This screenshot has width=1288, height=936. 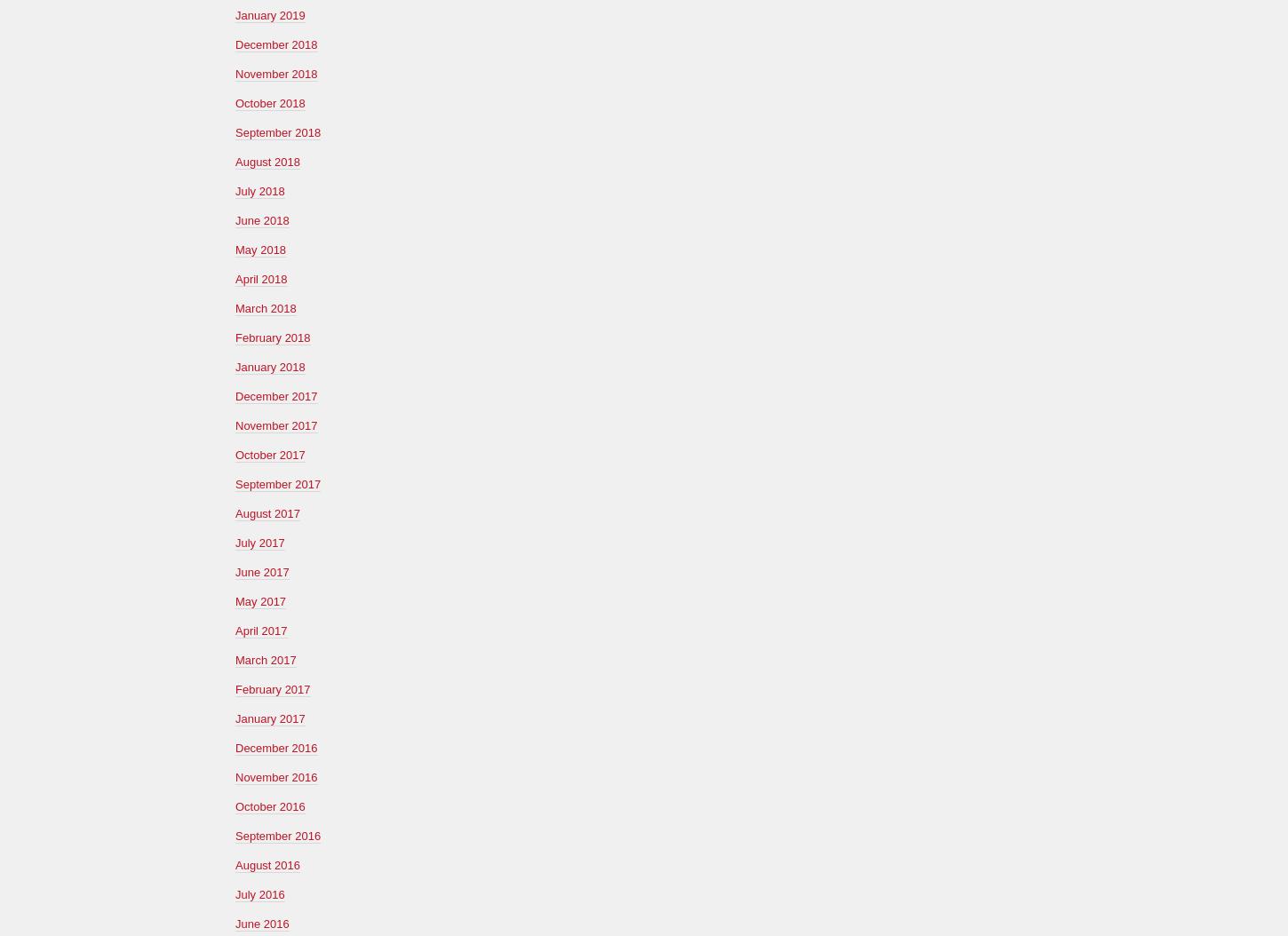 What do you see at coordinates (261, 219) in the screenshot?
I see `'June 2018'` at bounding box center [261, 219].